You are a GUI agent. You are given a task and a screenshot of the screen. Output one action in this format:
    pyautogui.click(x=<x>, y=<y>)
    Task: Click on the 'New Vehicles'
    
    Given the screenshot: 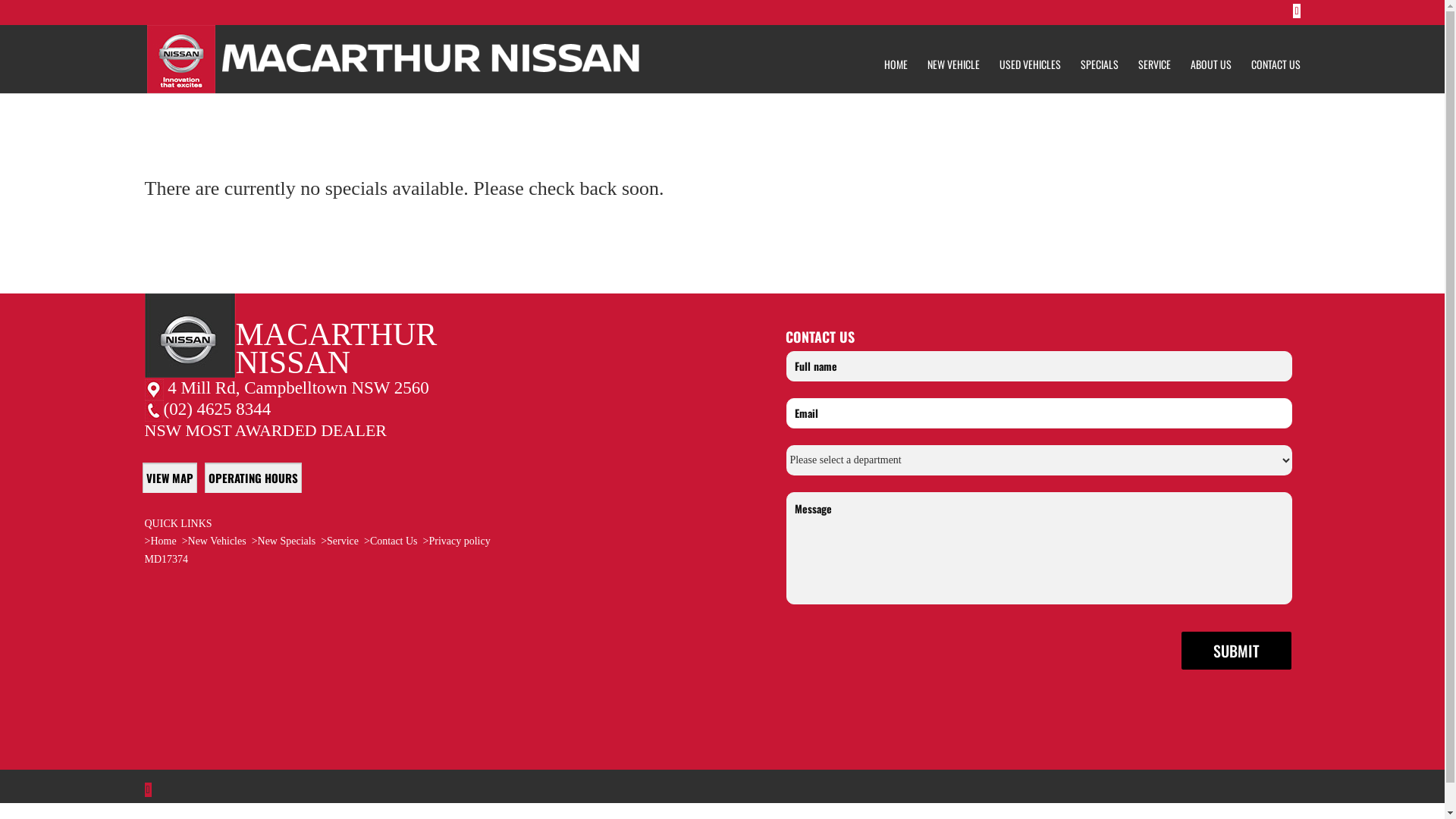 What is the action you would take?
    pyautogui.click(x=216, y=540)
    